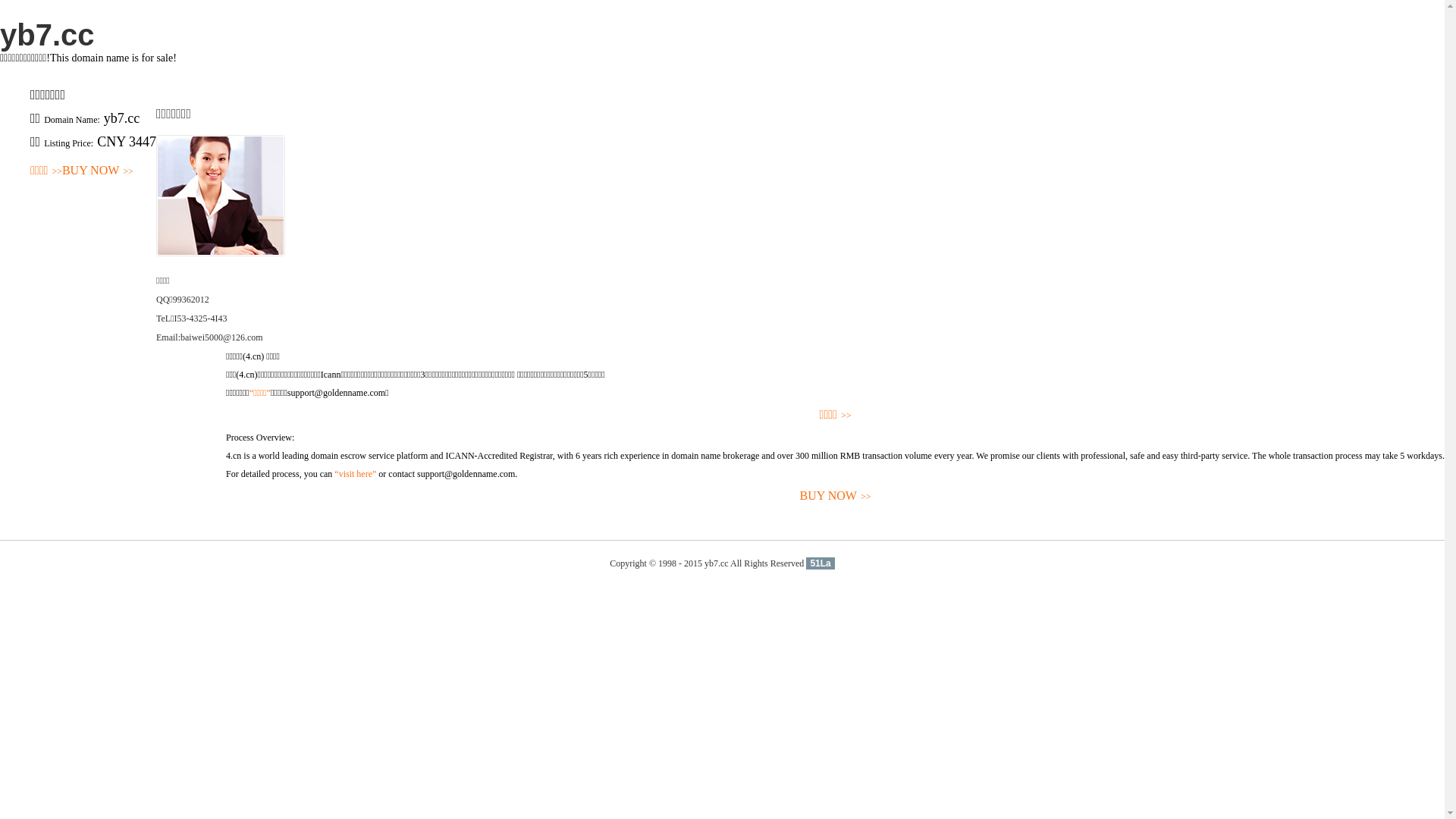  What do you see at coordinates (97, 171) in the screenshot?
I see `'BUY NOW>>'` at bounding box center [97, 171].